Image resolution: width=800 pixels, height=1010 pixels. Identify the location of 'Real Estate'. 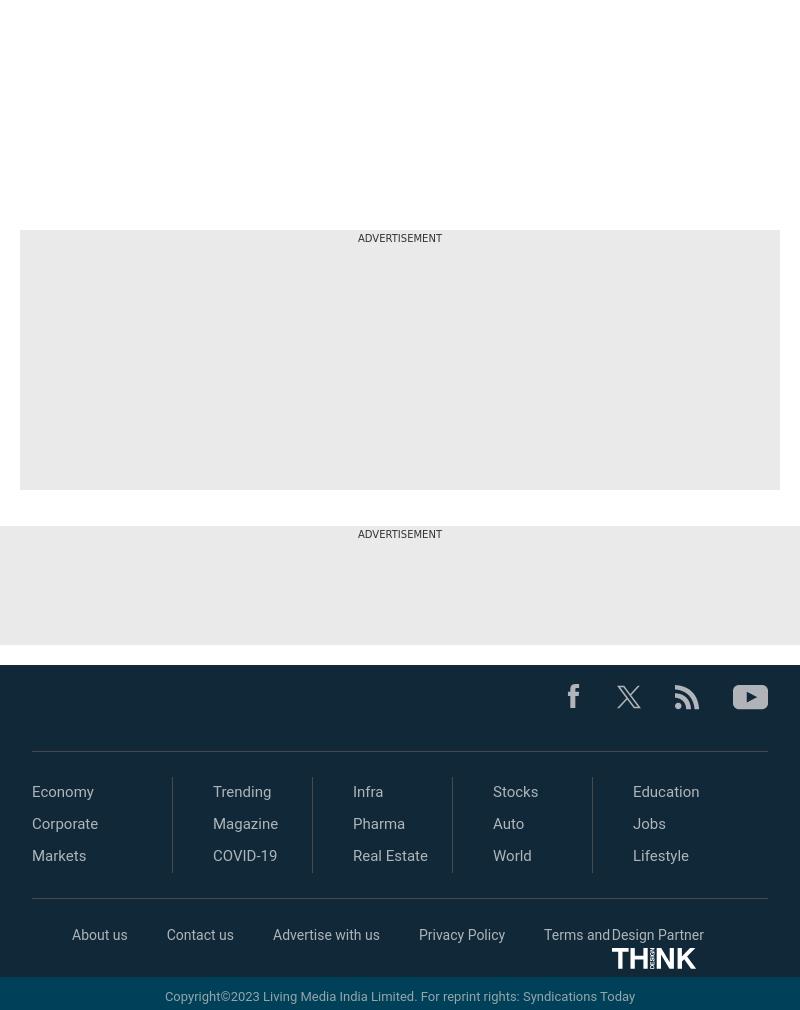
(389, 855).